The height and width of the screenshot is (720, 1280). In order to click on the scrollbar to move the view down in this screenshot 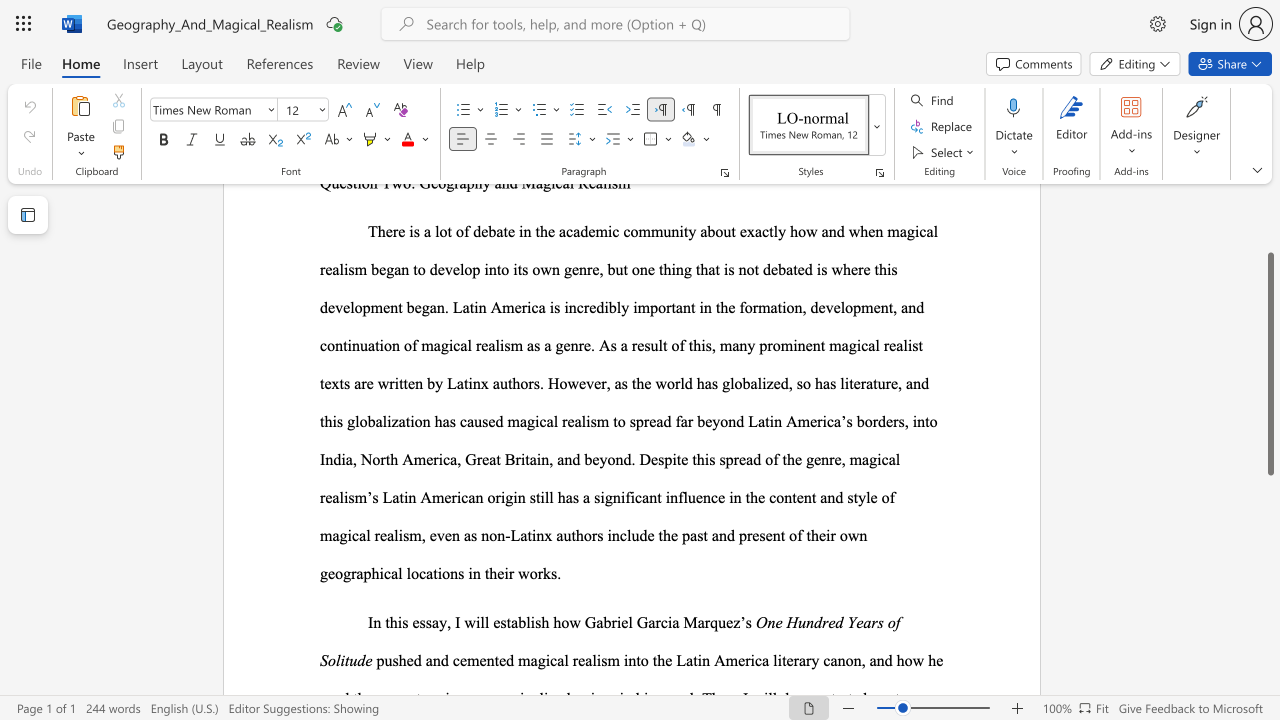, I will do `click(1269, 580)`.